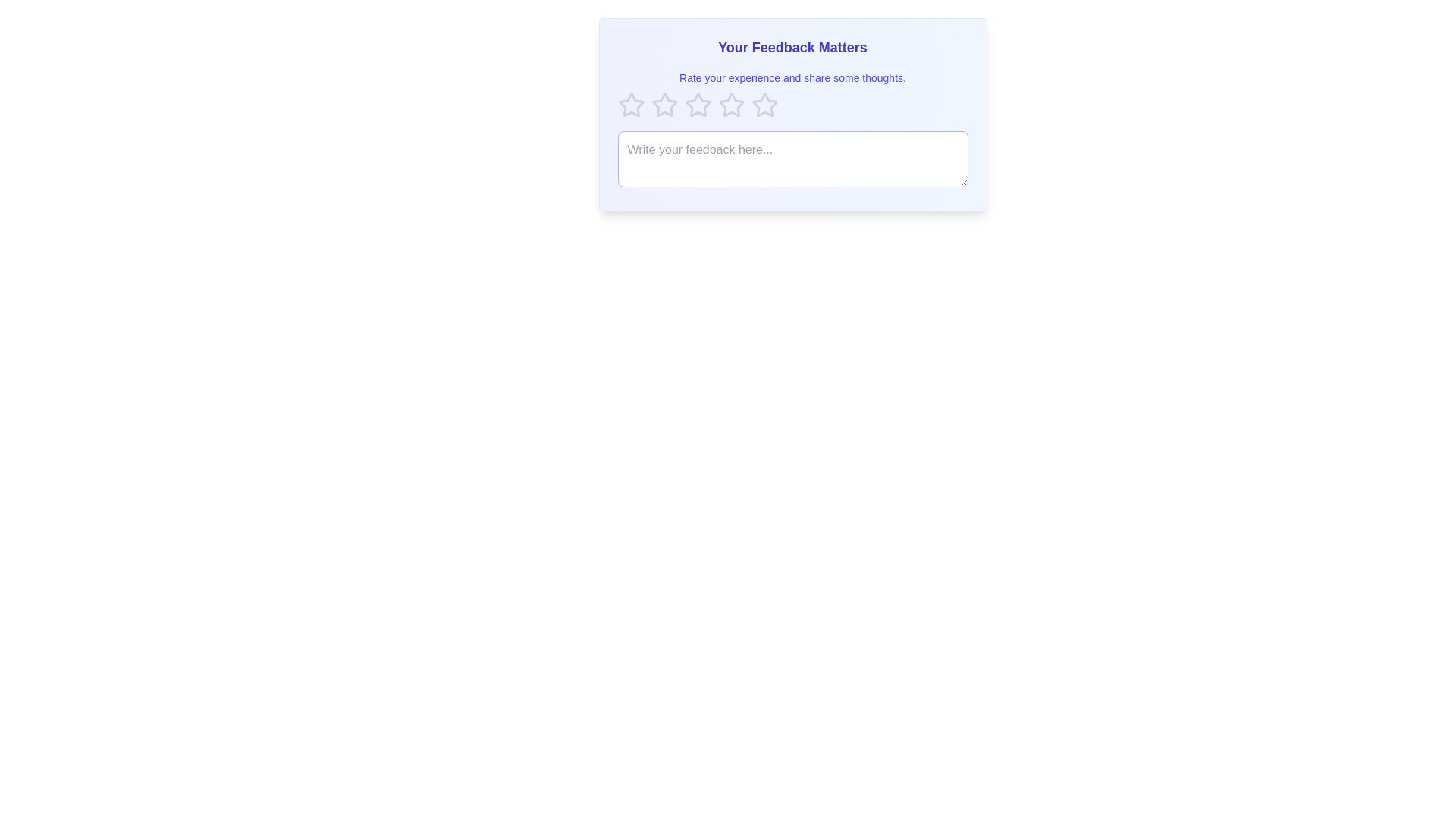 The image size is (1456, 819). I want to click on the star corresponding to the desired rating 4, so click(731, 104).